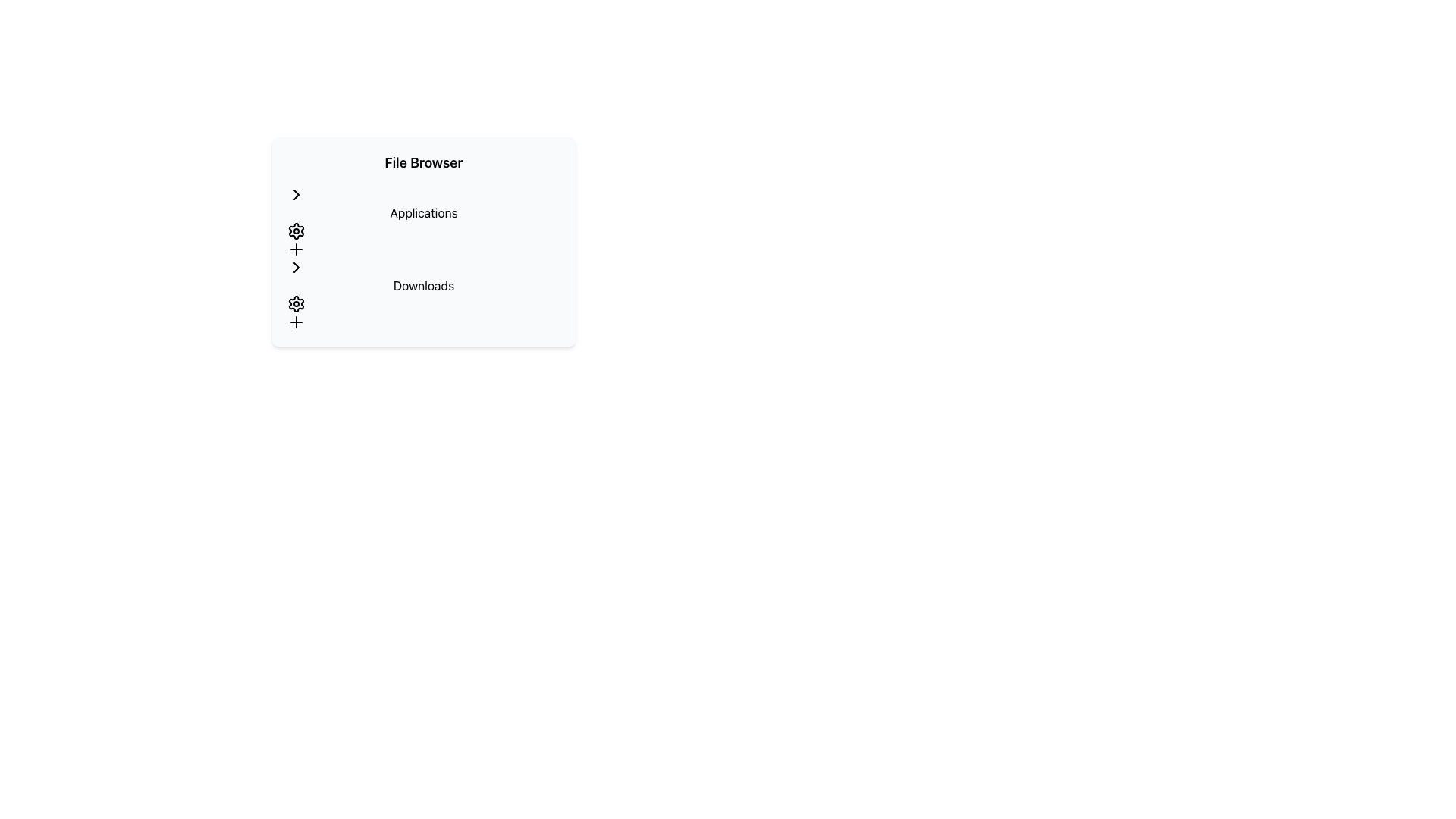 The image size is (1456, 819). Describe the element at coordinates (423, 286) in the screenshot. I see `the Text Label that represents a section or category within the 'File Browser' card, positioned below 'Applications' as the third visible text element` at that location.